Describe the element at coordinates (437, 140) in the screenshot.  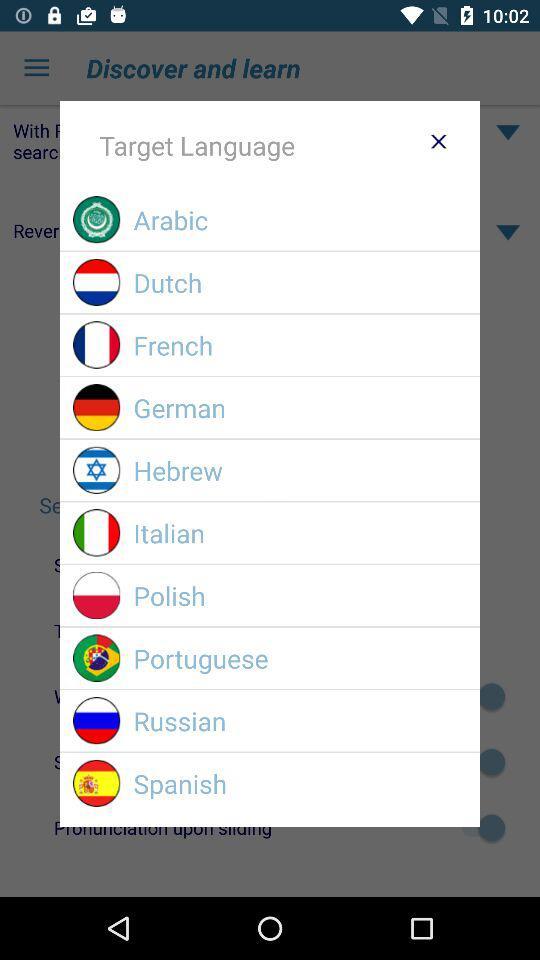
I see `the item above the arabic icon` at that location.